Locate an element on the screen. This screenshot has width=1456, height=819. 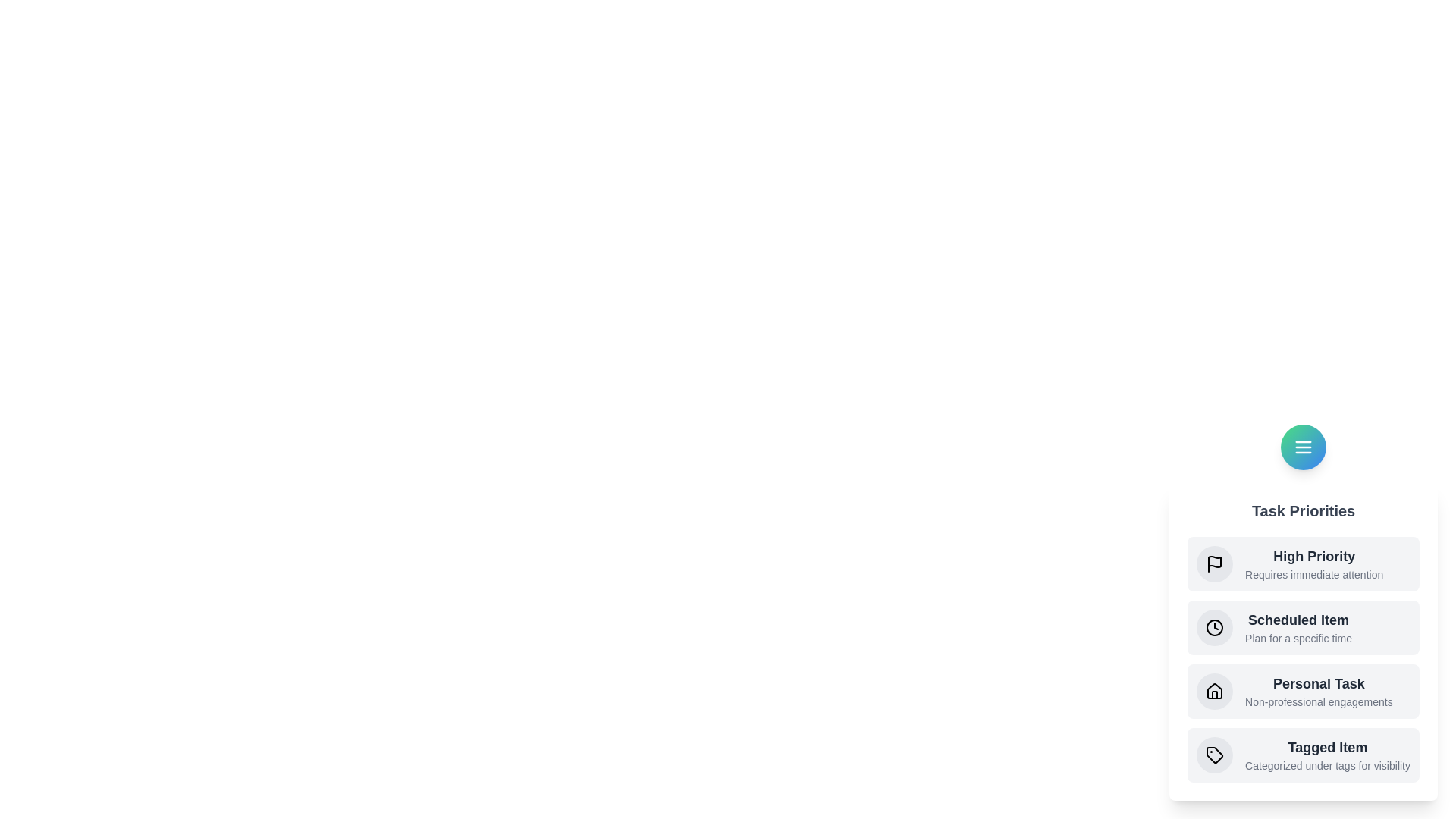
the specified element: floating_button is located at coordinates (1302, 447).